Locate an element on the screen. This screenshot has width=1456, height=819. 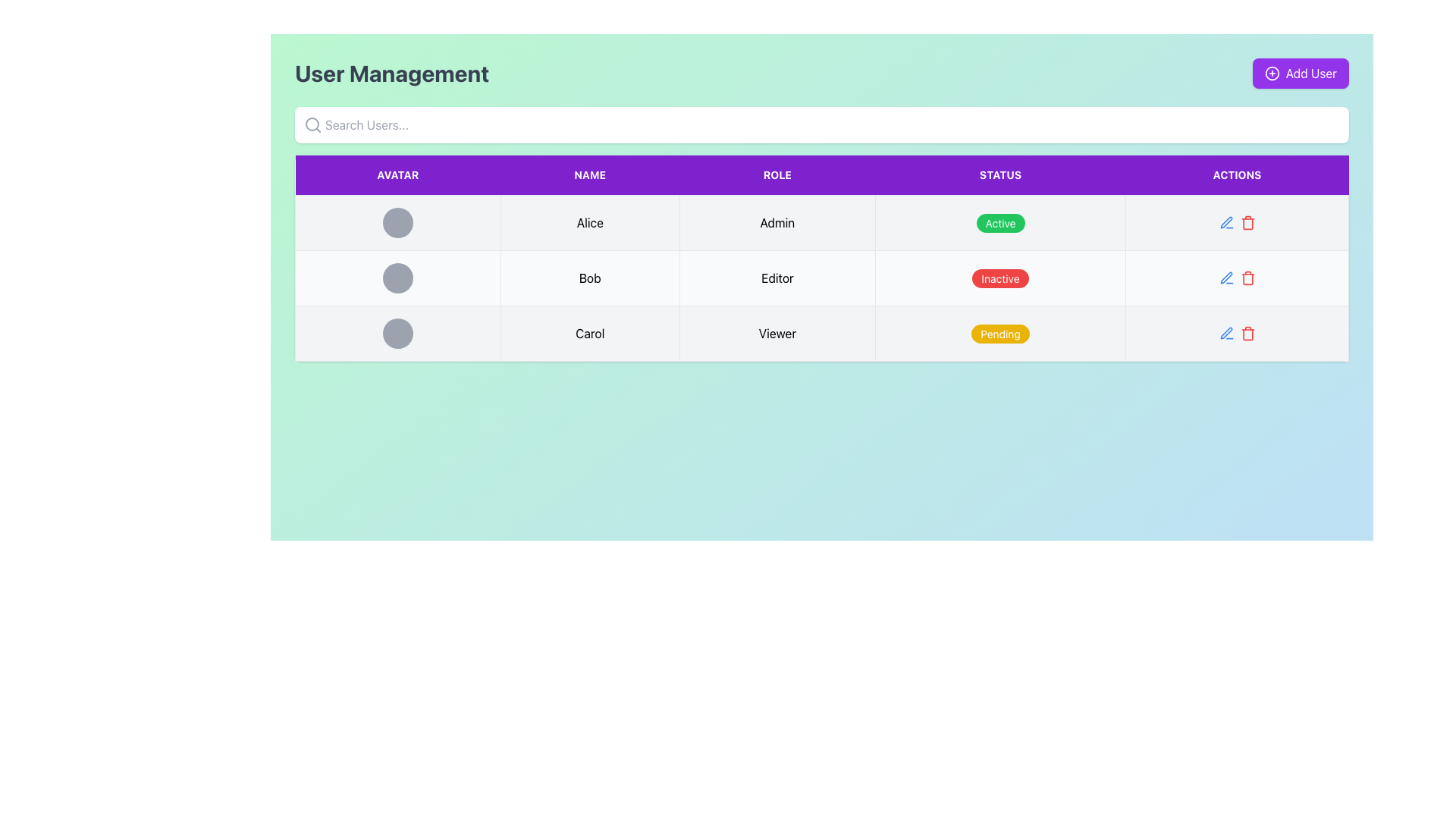
the first row of the user management table displaying information about user 'Alice' is located at coordinates (821, 222).